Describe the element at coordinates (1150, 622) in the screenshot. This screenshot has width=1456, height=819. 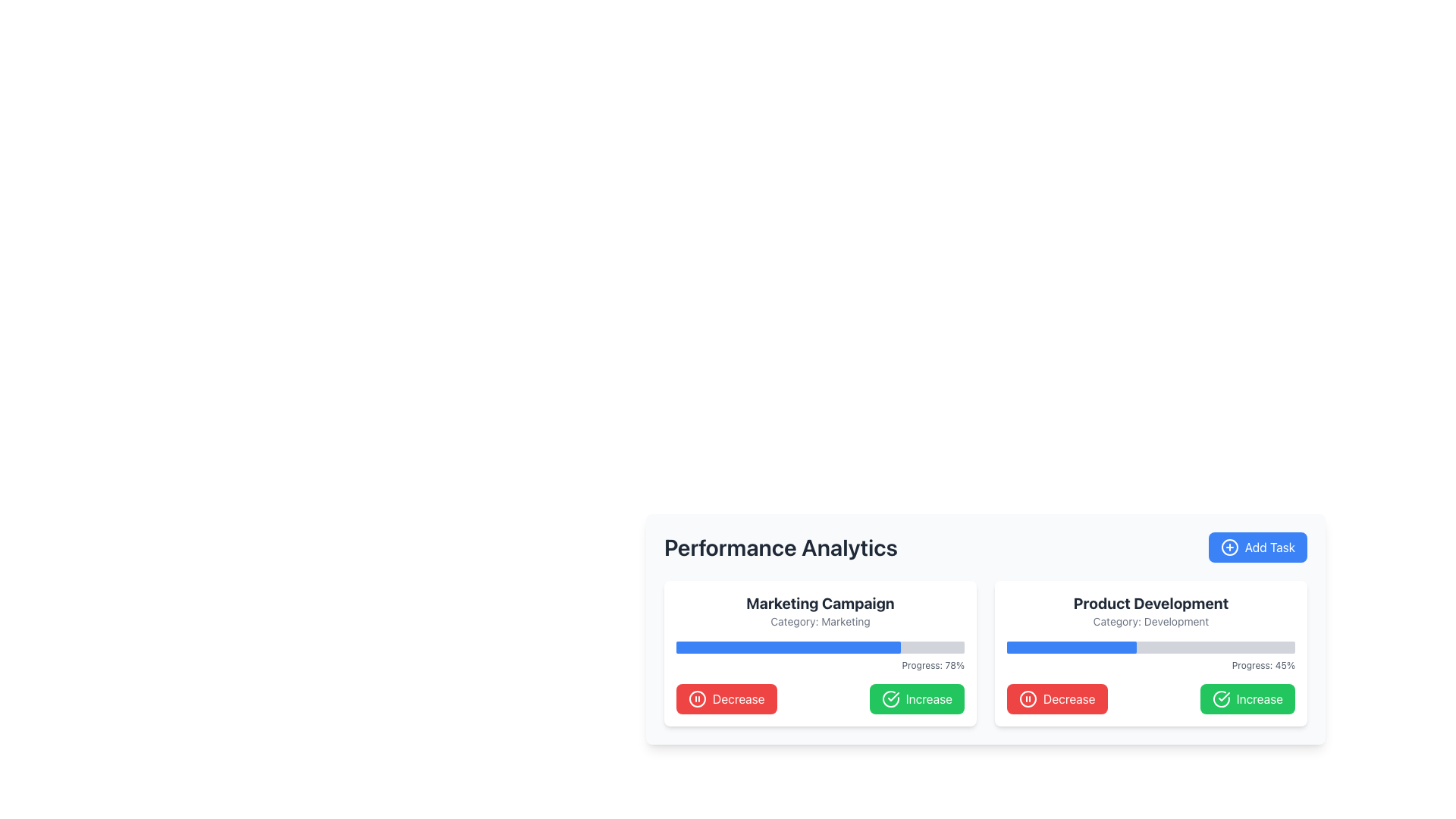
I see `the text label that provides categorical information about the associated content or project, located within the 'Product Development' card, below the main title and above the progress bar` at that location.